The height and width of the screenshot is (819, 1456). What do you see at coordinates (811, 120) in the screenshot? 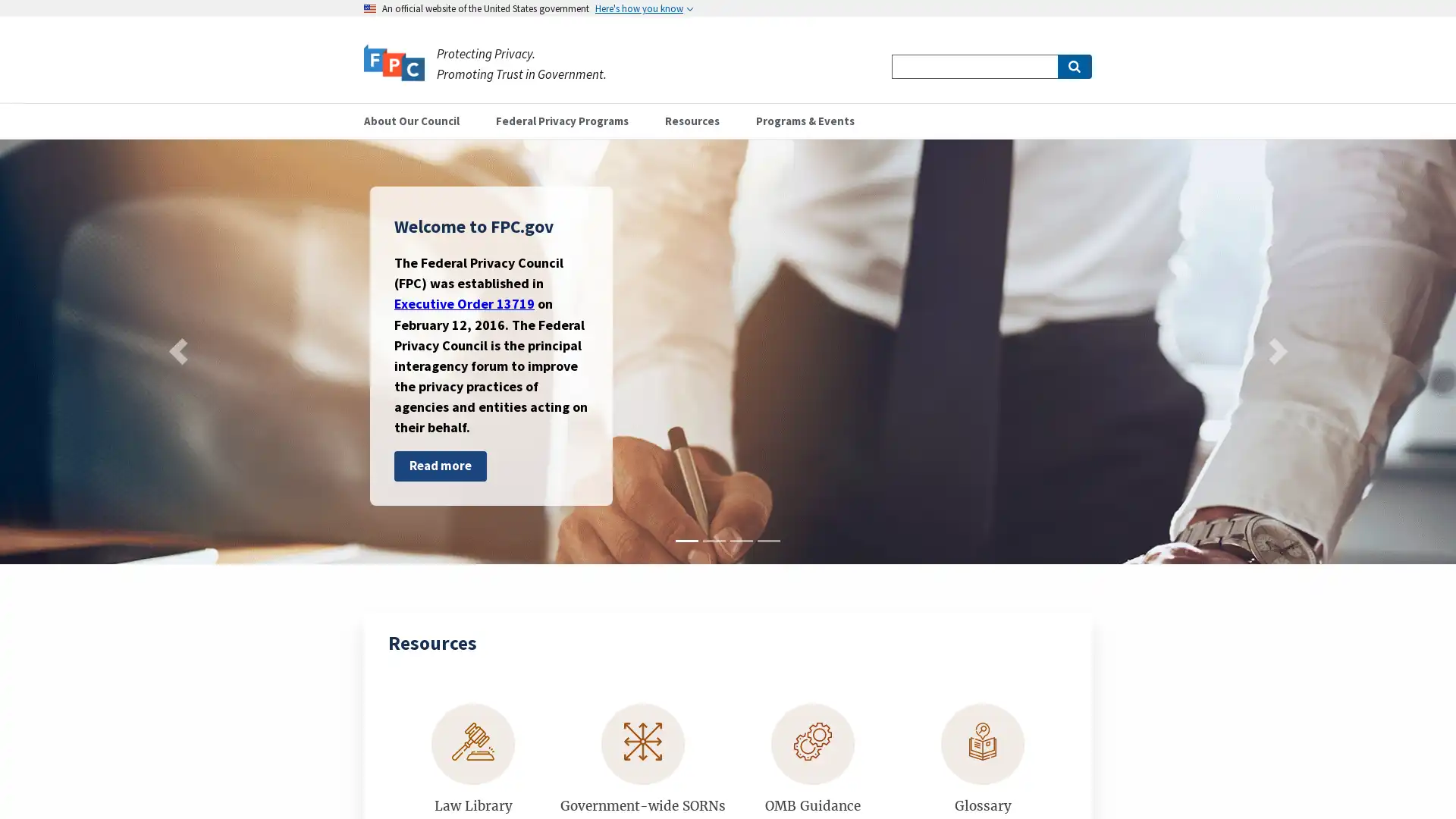
I see `Programs & Events` at bounding box center [811, 120].